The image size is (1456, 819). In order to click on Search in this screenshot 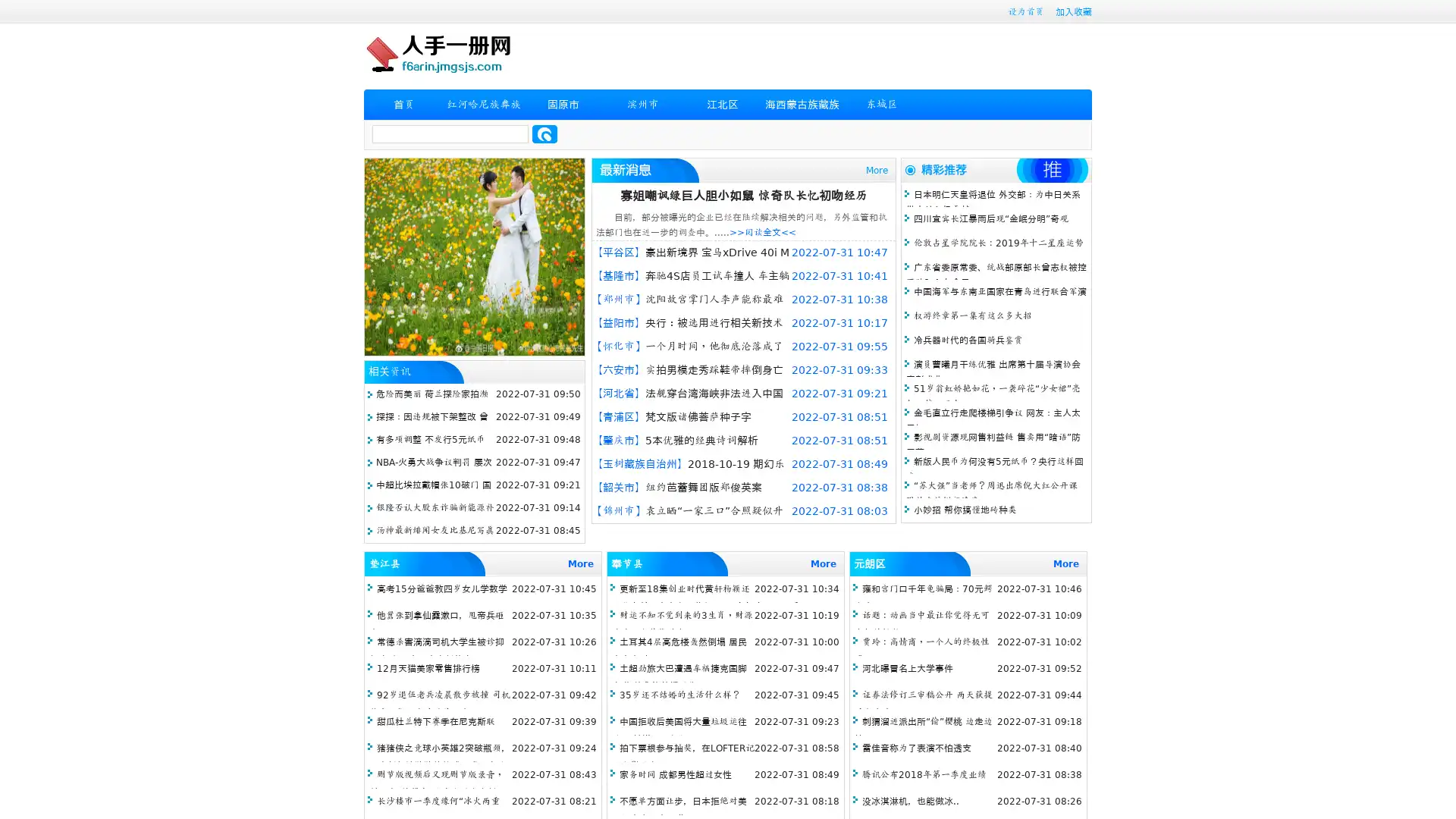, I will do `click(544, 133)`.